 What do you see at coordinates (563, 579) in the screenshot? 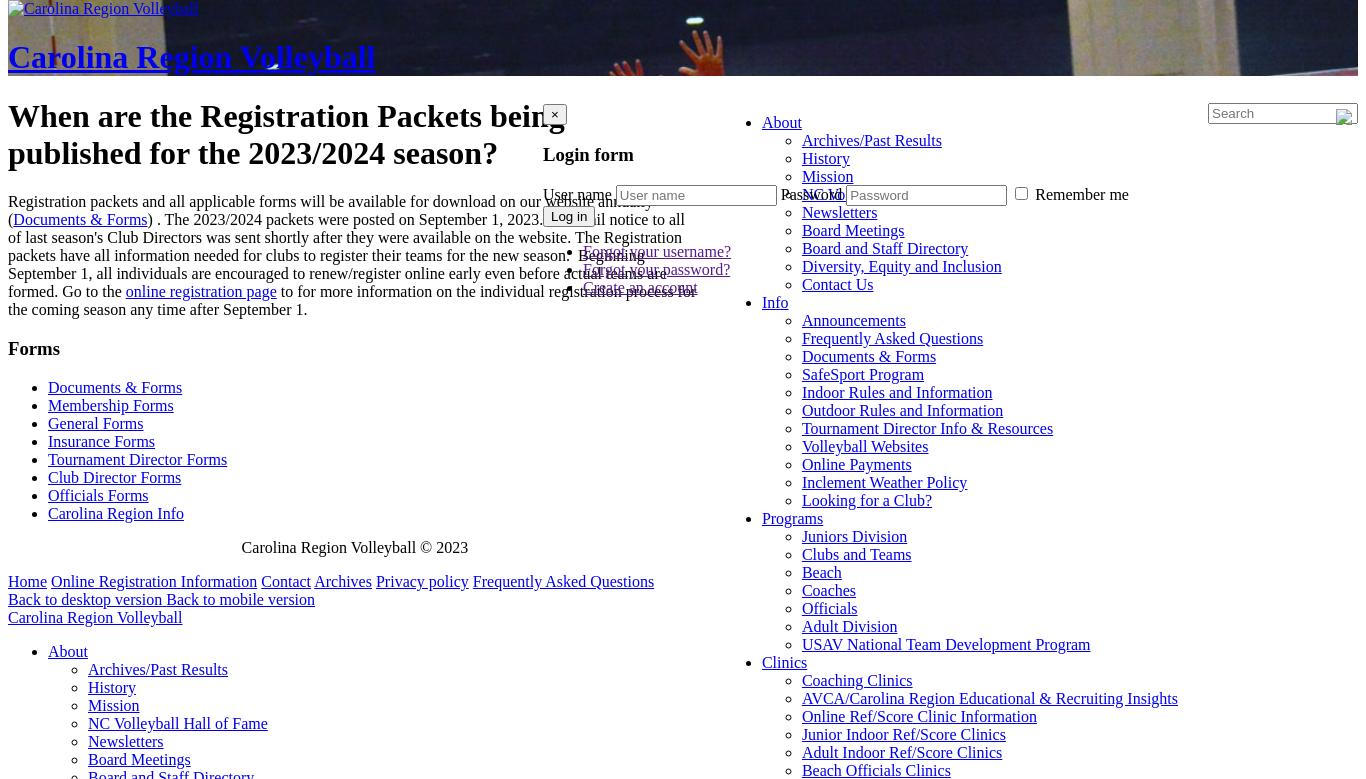
I see `'Frequently Asked Questions'` at bounding box center [563, 579].